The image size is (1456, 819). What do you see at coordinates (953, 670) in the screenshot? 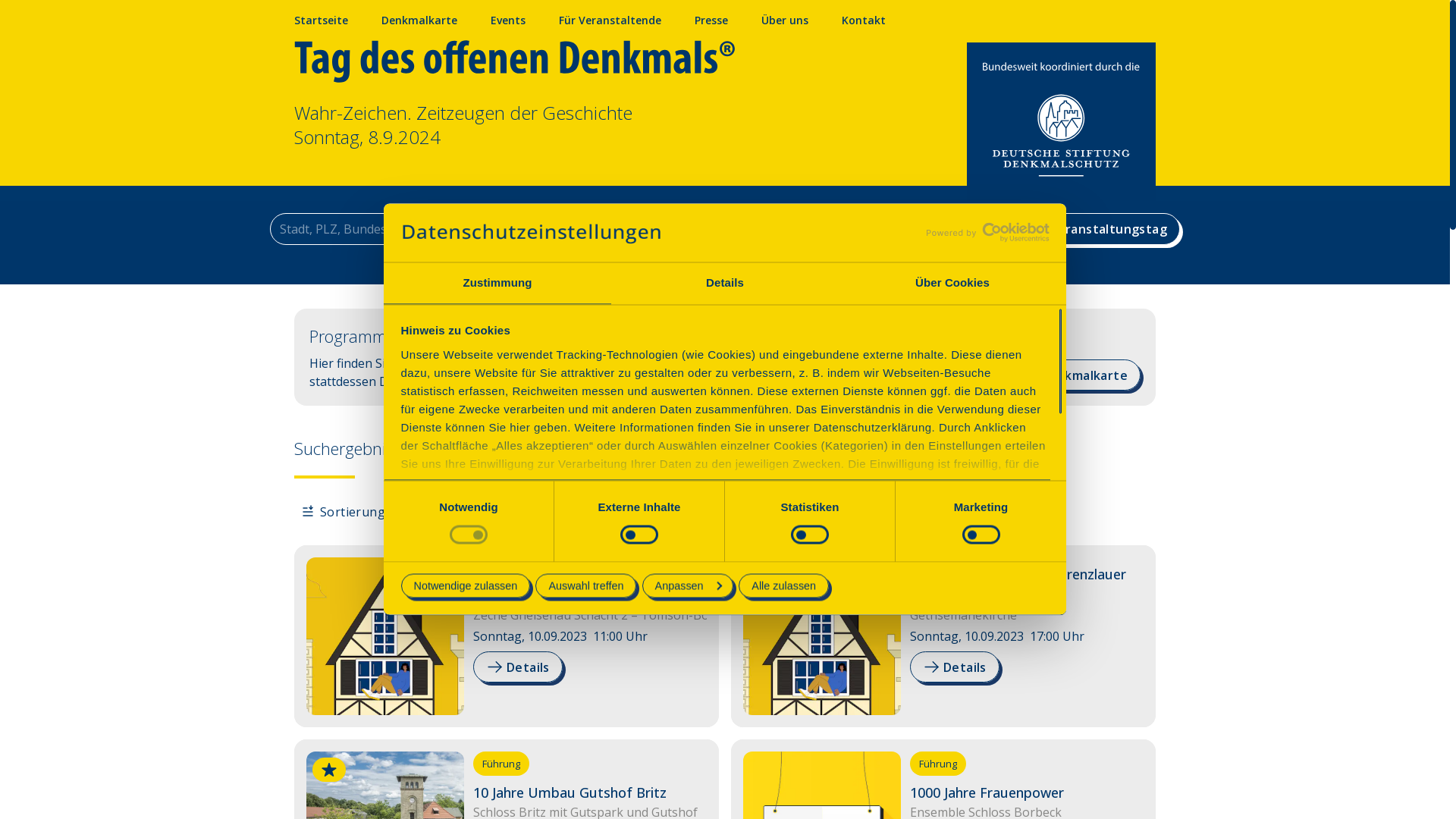
I see `'Details'` at bounding box center [953, 670].